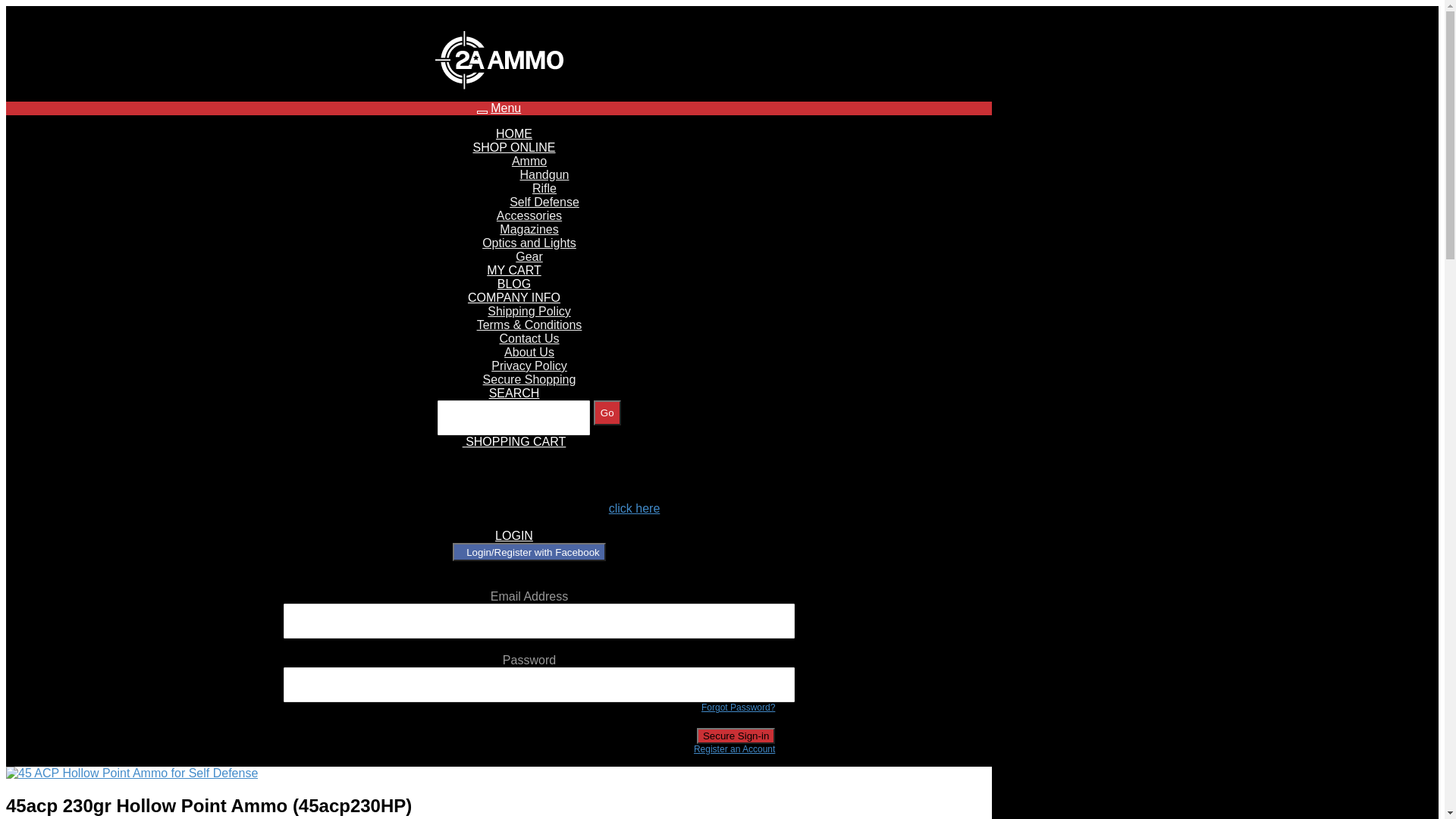 This screenshot has height=819, width=1456. Describe the element at coordinates (529, 552) in the screenshot. I see `'Login/Register with Facebook'` at that location.